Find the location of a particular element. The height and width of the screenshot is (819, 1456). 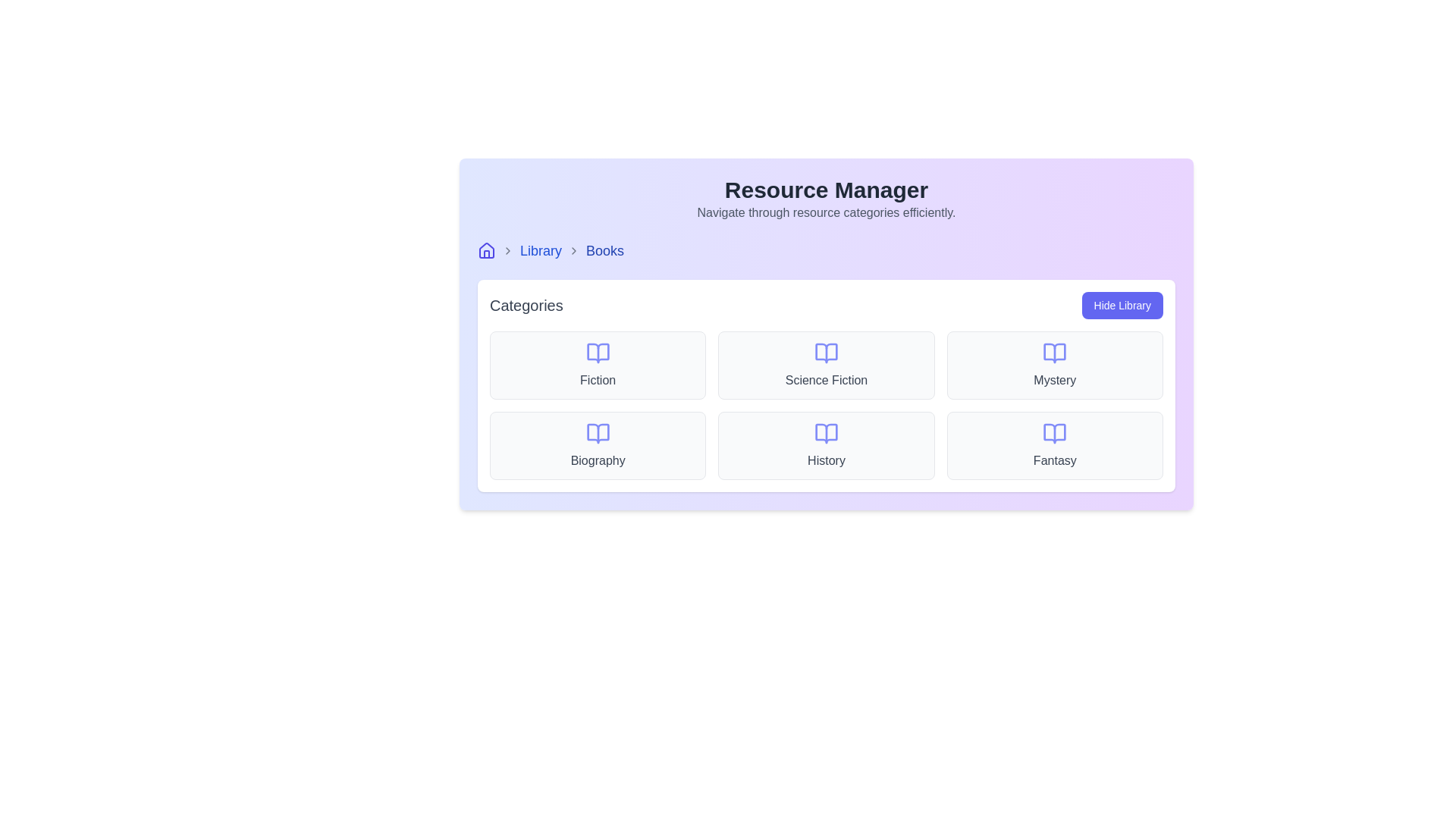

the icon resembling an open book in light indigo color under the 'Categories' section is located at coordinates (597, 433).